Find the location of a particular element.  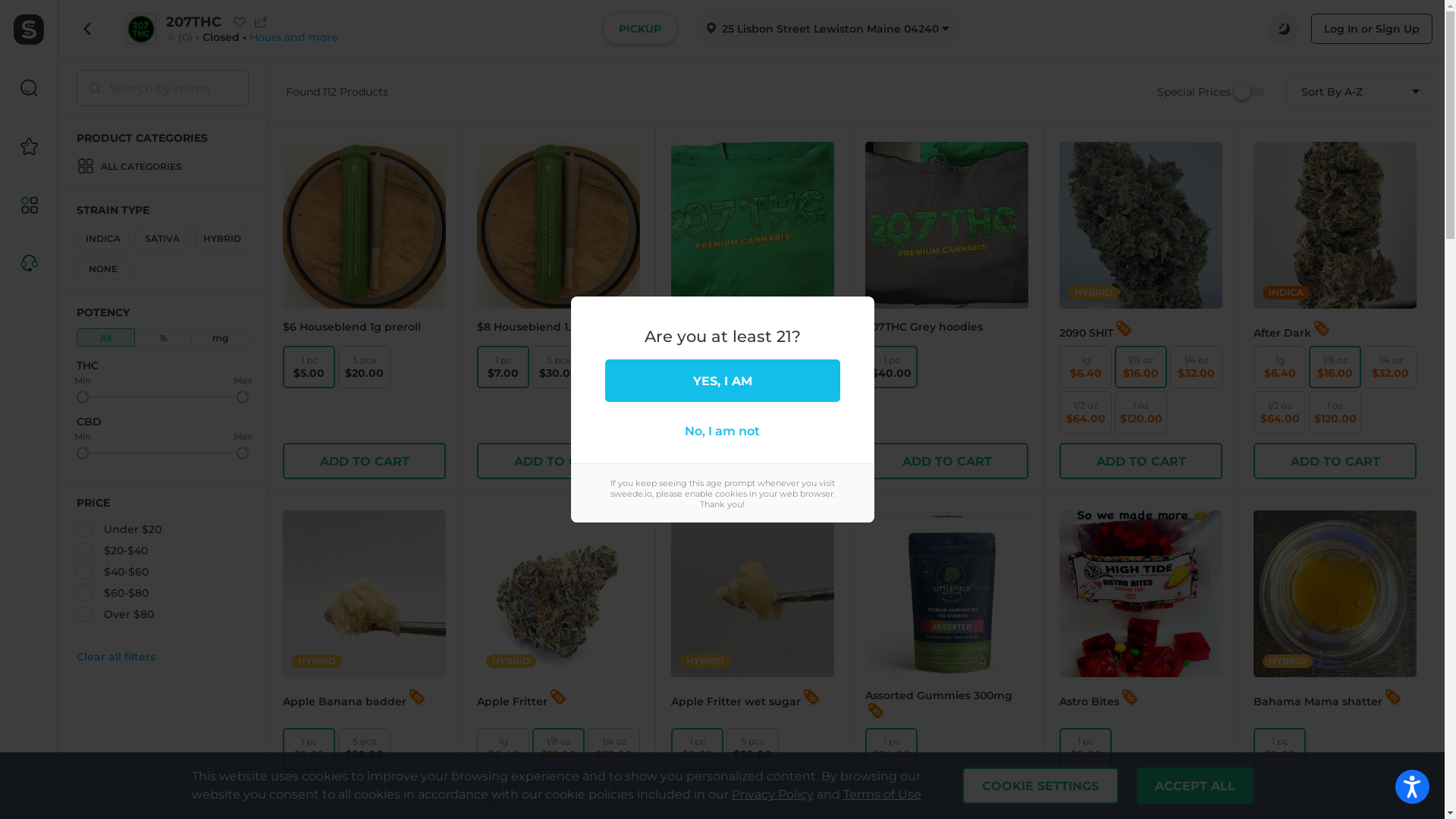

'All' is located at coordinates (105, 336).